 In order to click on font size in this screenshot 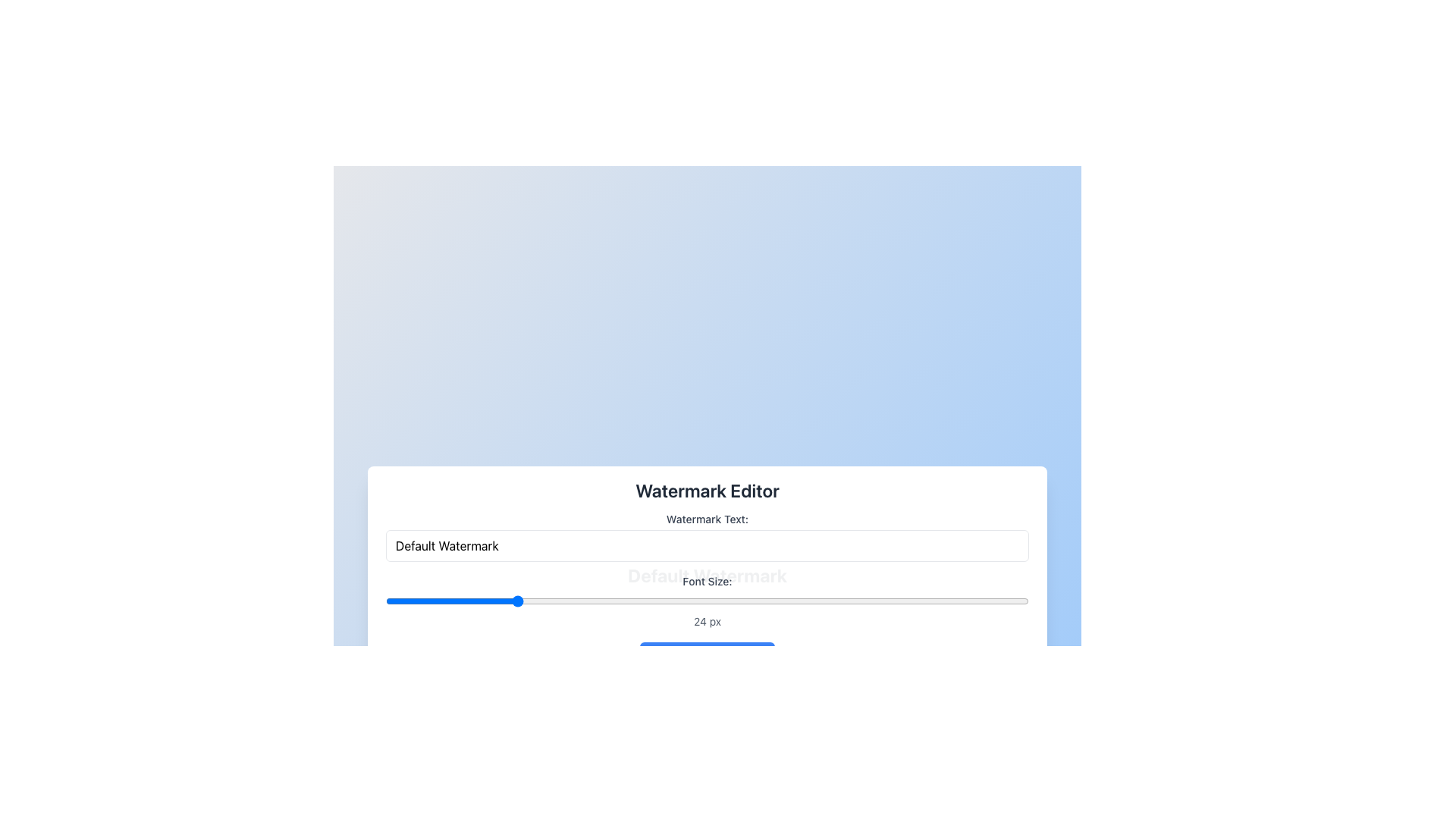, I will do `click(505, 601)`.